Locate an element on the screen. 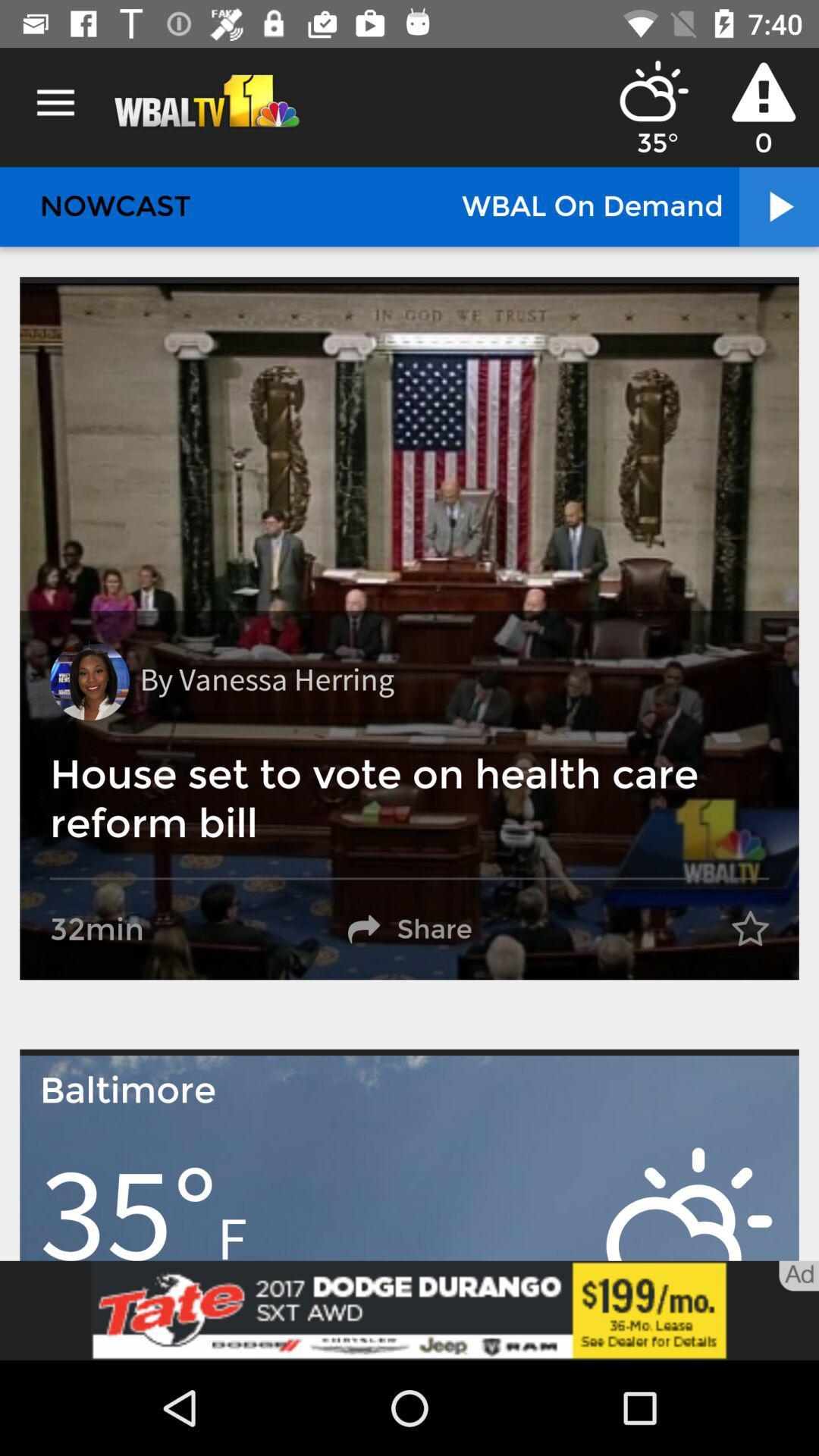  the menu icon is located at coordinates (55, 102).